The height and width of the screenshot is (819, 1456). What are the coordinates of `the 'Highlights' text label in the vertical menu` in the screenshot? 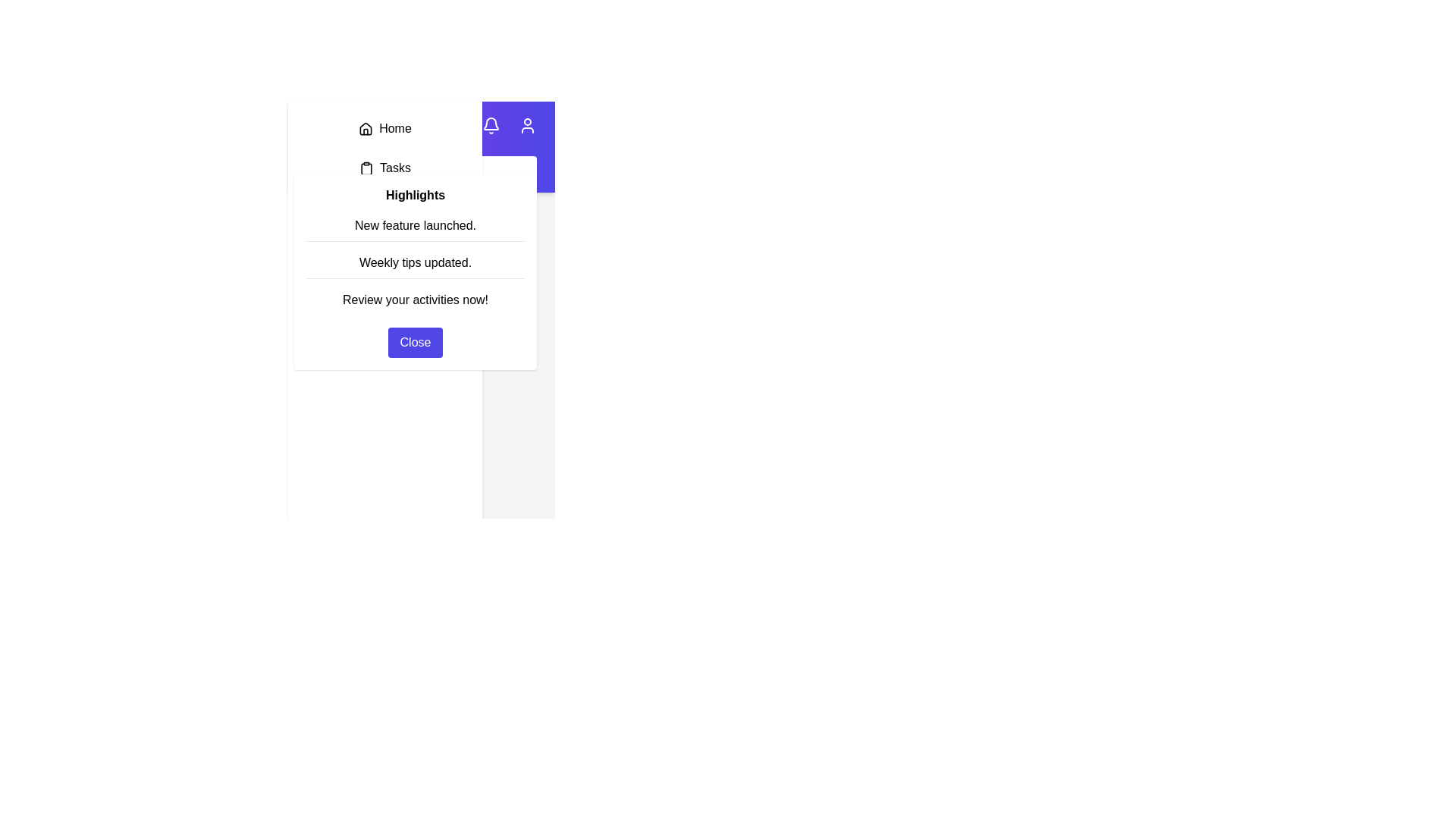 It's located at (385, 207).